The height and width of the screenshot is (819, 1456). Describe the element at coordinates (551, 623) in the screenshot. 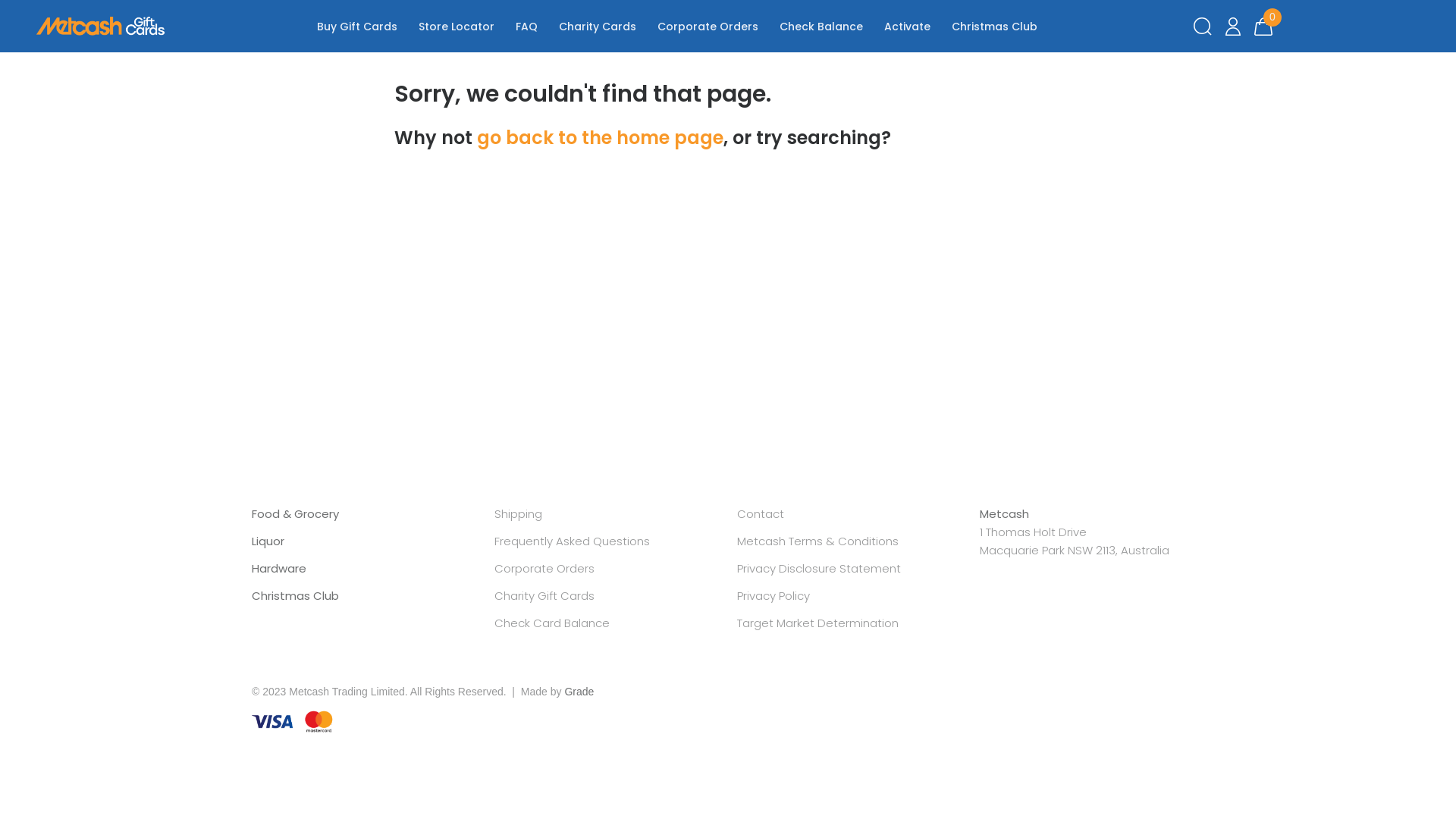

I see `'Check Card Balance'` at that location.